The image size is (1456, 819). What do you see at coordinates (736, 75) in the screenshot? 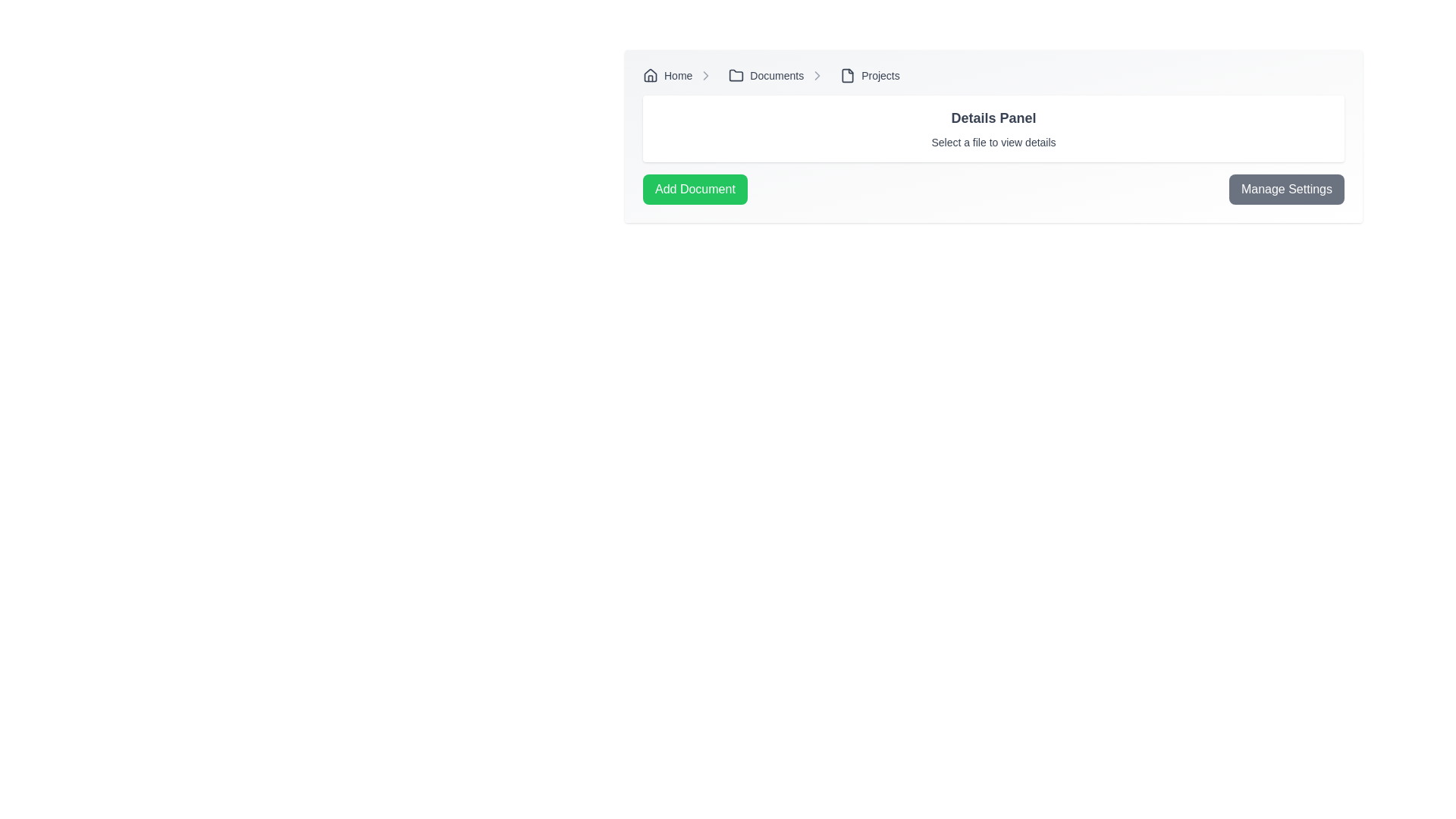
I see `the folder icon in the breadcrumb navigation bar next to the text 'Documents'` at bounding box center [736, 75].